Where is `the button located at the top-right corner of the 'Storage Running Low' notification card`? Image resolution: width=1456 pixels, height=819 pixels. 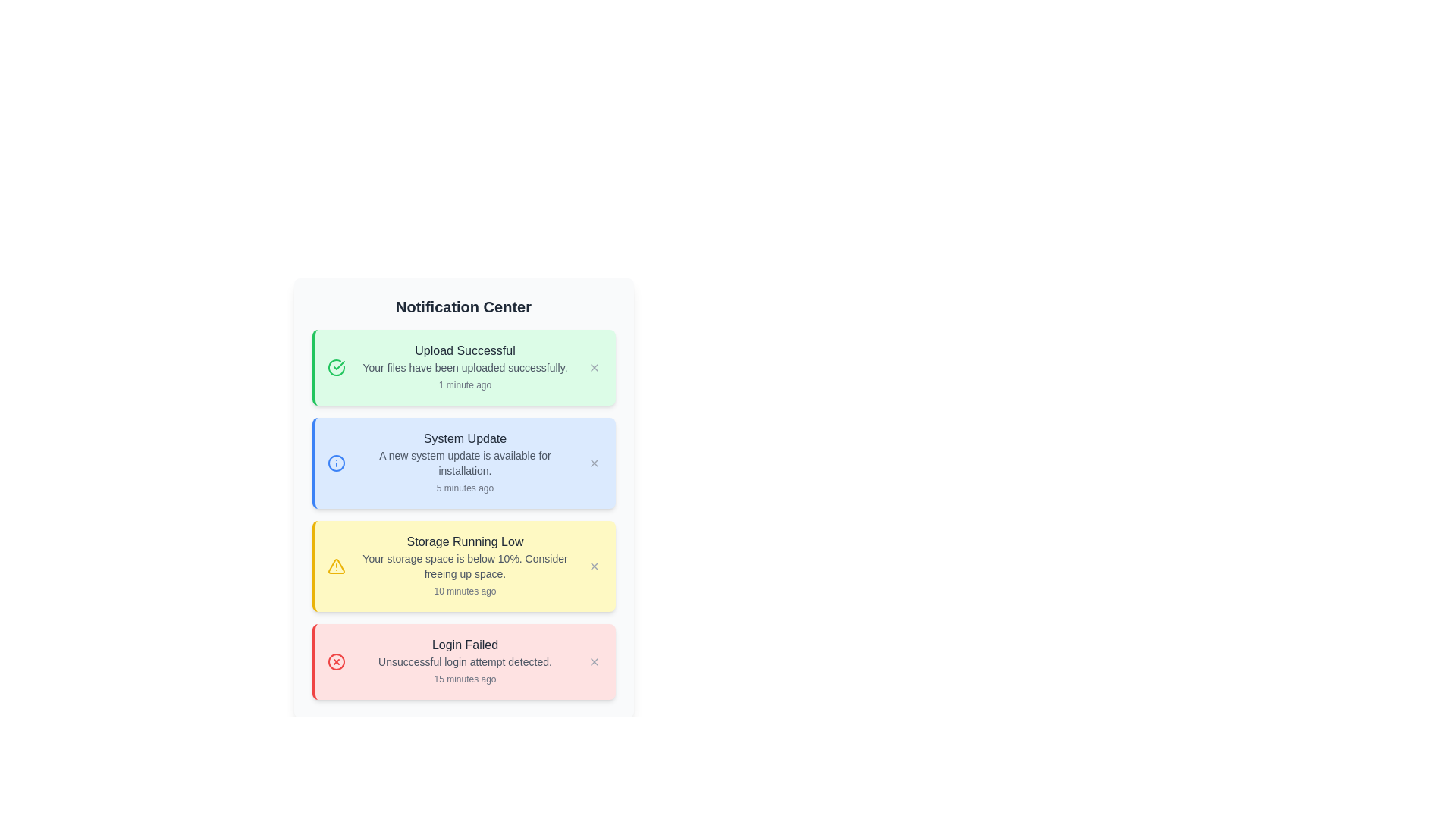
the button located at the top-right corner of the 'Storage Running Low' notification card is located at coordinates (593, 566).